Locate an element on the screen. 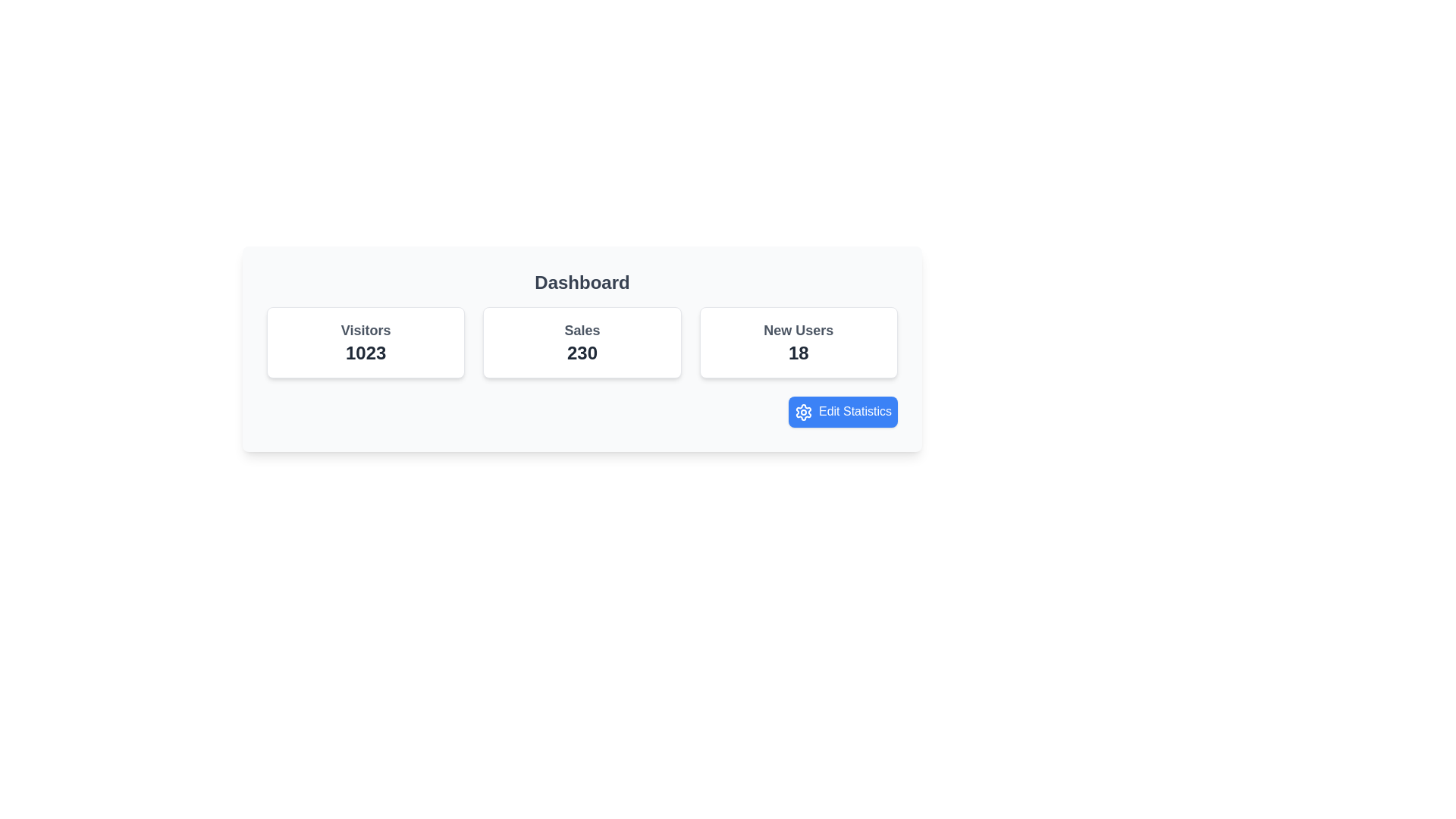  the text label 'New Users' which is prominently styled with a larger font size in gray color, located at the upper part of a bordered card, positioned between the 'Sales' card and the 'Edit Statistics' button is located at coordinates (798, 329).